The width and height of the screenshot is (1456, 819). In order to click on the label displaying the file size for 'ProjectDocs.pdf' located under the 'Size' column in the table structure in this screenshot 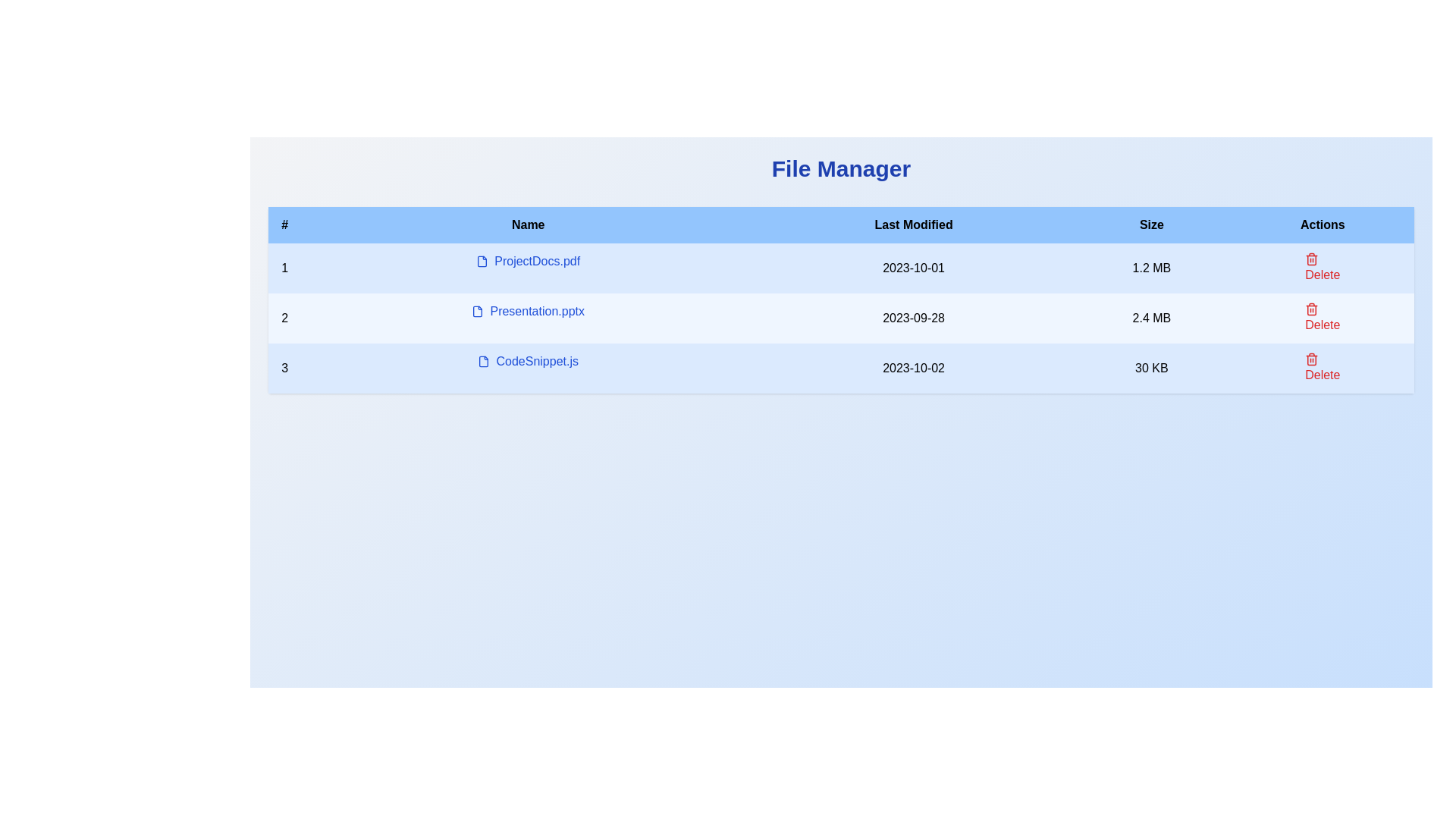, I will do `click(1151, 268)`.